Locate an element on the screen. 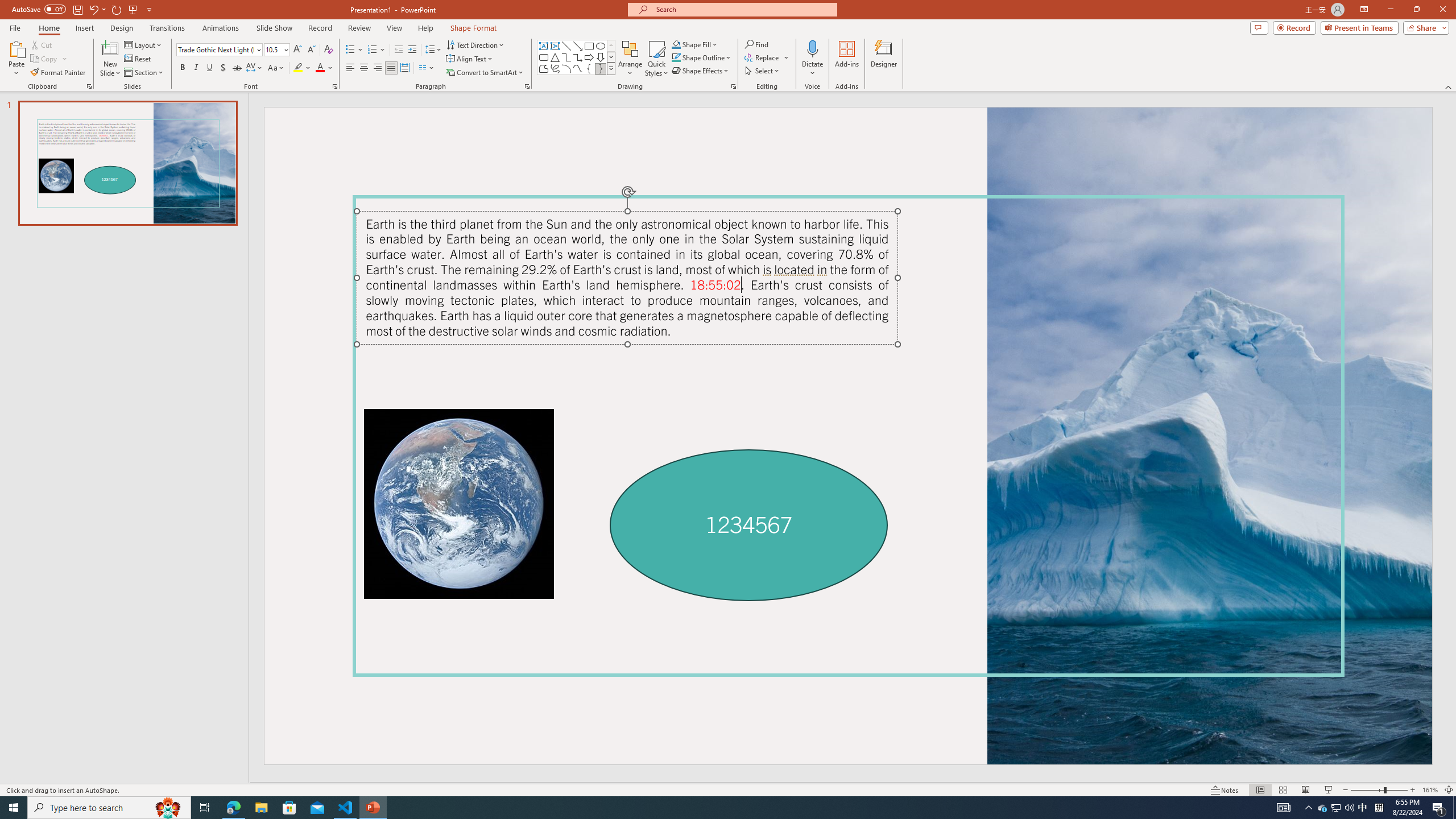 The width and height of the screenshot is (1456, 819). 'Increase Font Size' is located at coordinates (297, 49).